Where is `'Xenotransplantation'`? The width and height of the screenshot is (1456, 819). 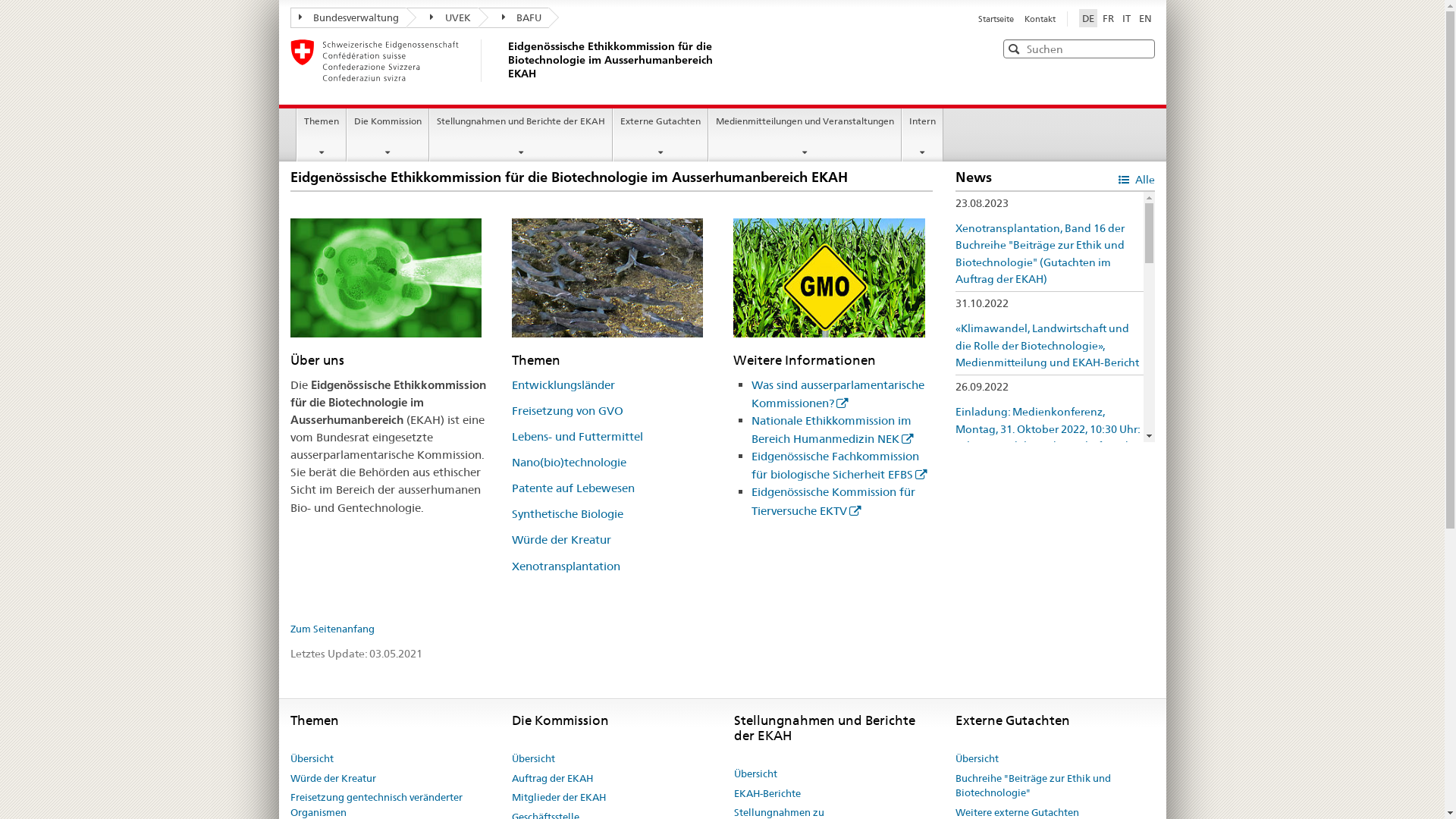
'Xenotransplantation' is located at coordinates (565, 566).